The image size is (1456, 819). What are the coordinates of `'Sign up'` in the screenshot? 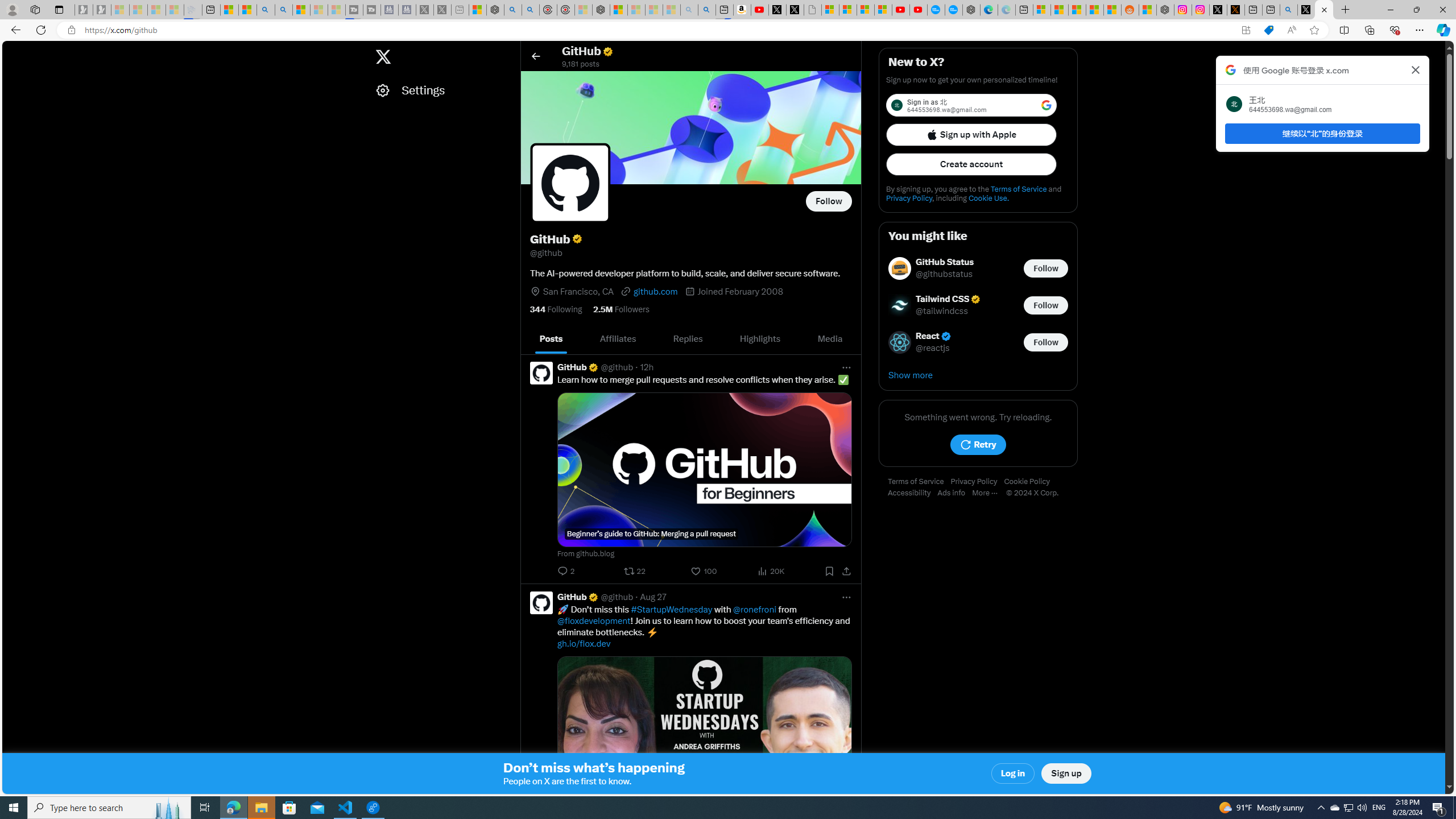 It's located at (1066, 773).